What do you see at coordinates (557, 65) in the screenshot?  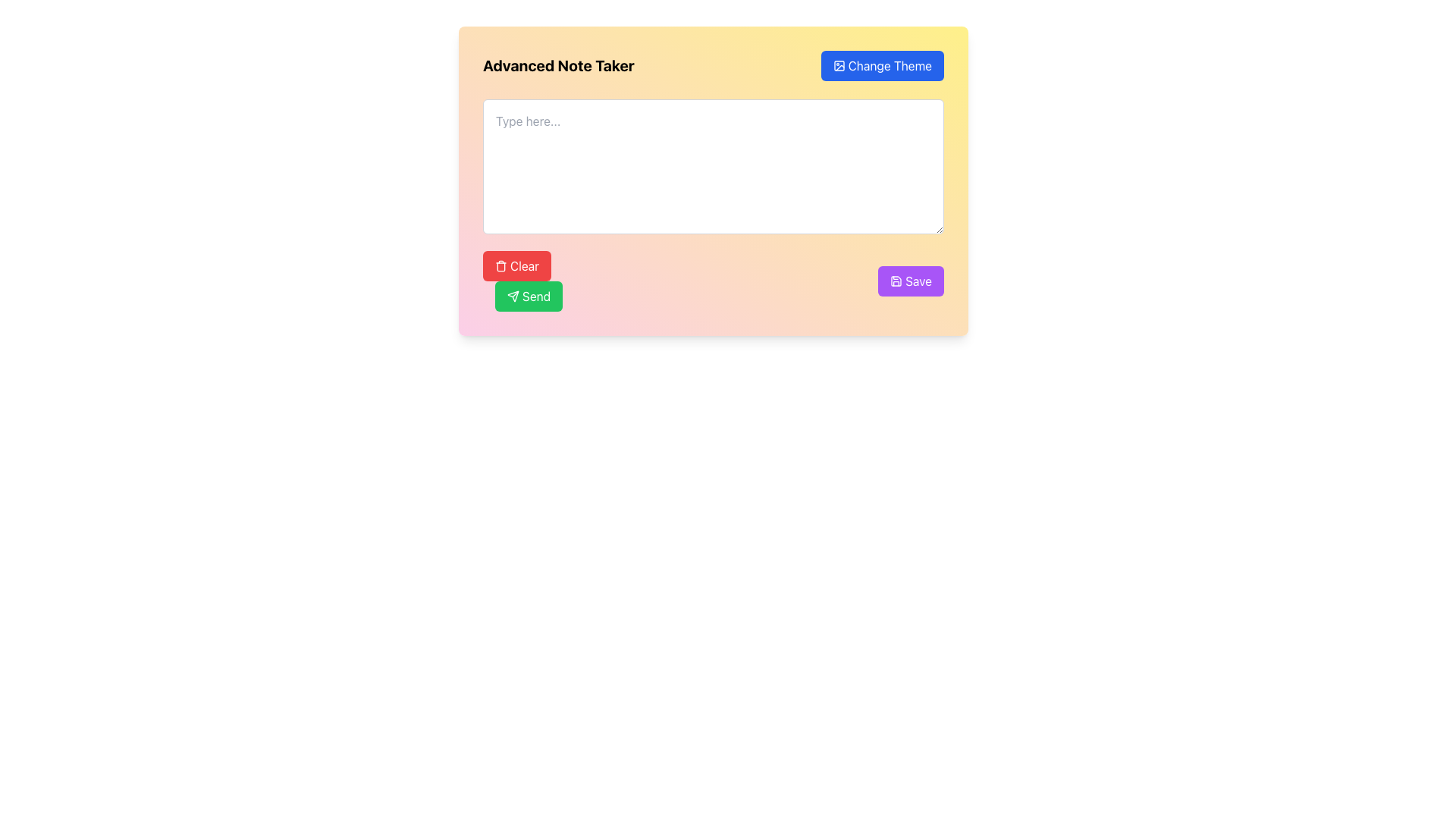 I see `the Text label that represents the title of the application, located in the upper-left quadrant of the interface, adjacent to the 'Change Theme' button` at bounding box center [557, 65].